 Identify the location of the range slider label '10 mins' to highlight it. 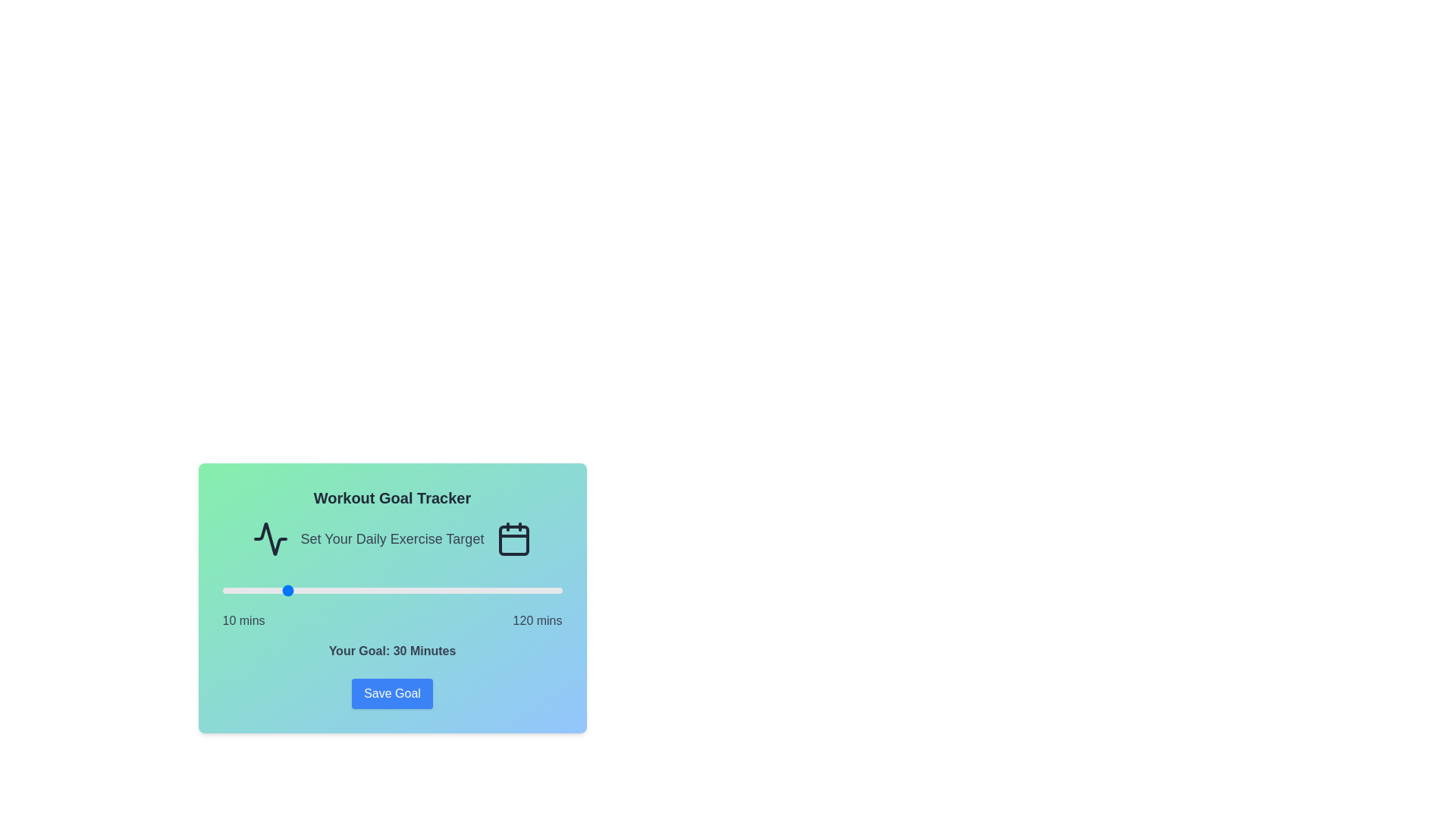
(243, 620).